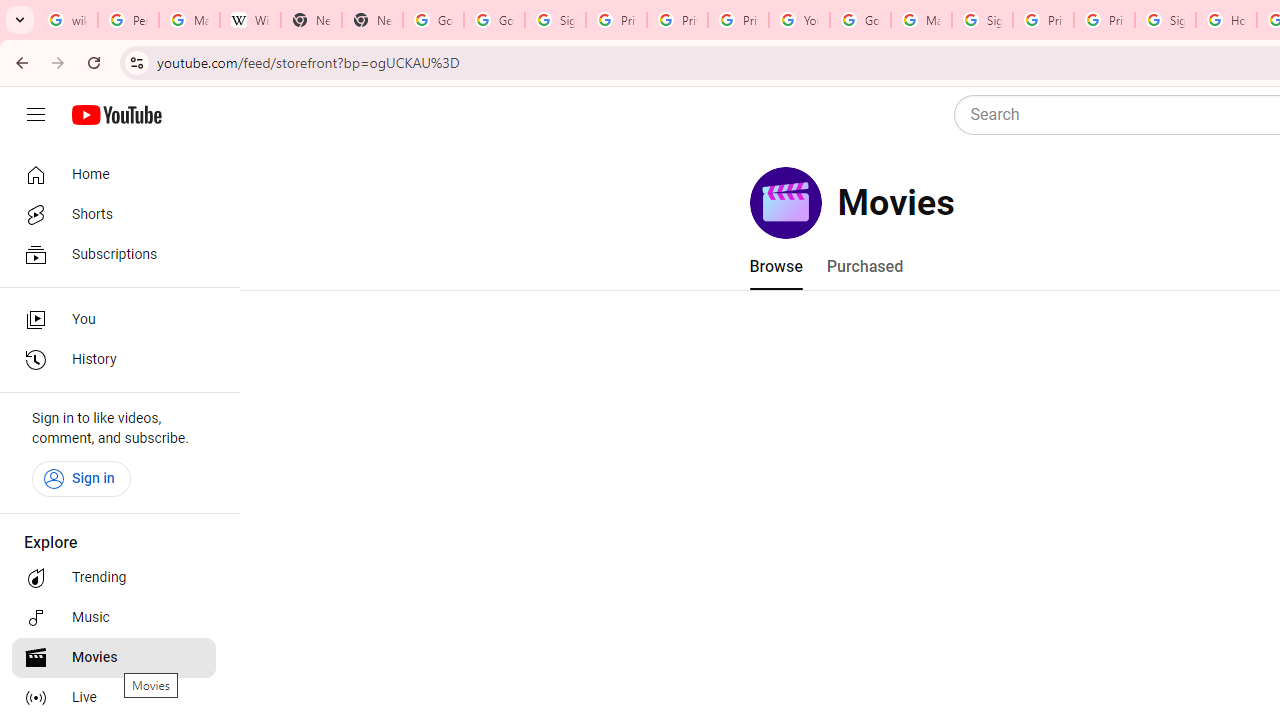  What do you see at coordinates (127, 20) in the screenshot?
I see `'Personalization & Google Search results - Google Search Help'` at bounding box center [127, 20].